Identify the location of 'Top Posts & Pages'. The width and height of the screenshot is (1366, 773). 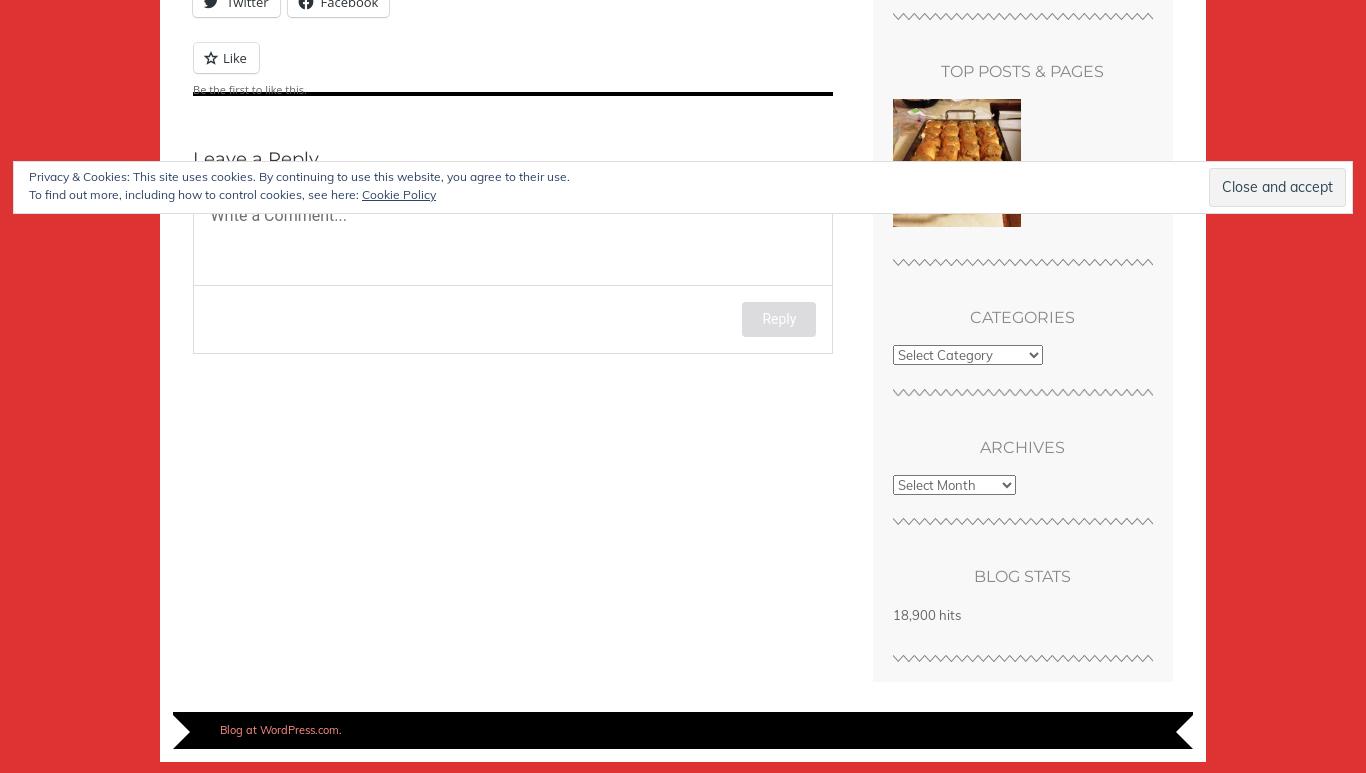
(1022, 69).